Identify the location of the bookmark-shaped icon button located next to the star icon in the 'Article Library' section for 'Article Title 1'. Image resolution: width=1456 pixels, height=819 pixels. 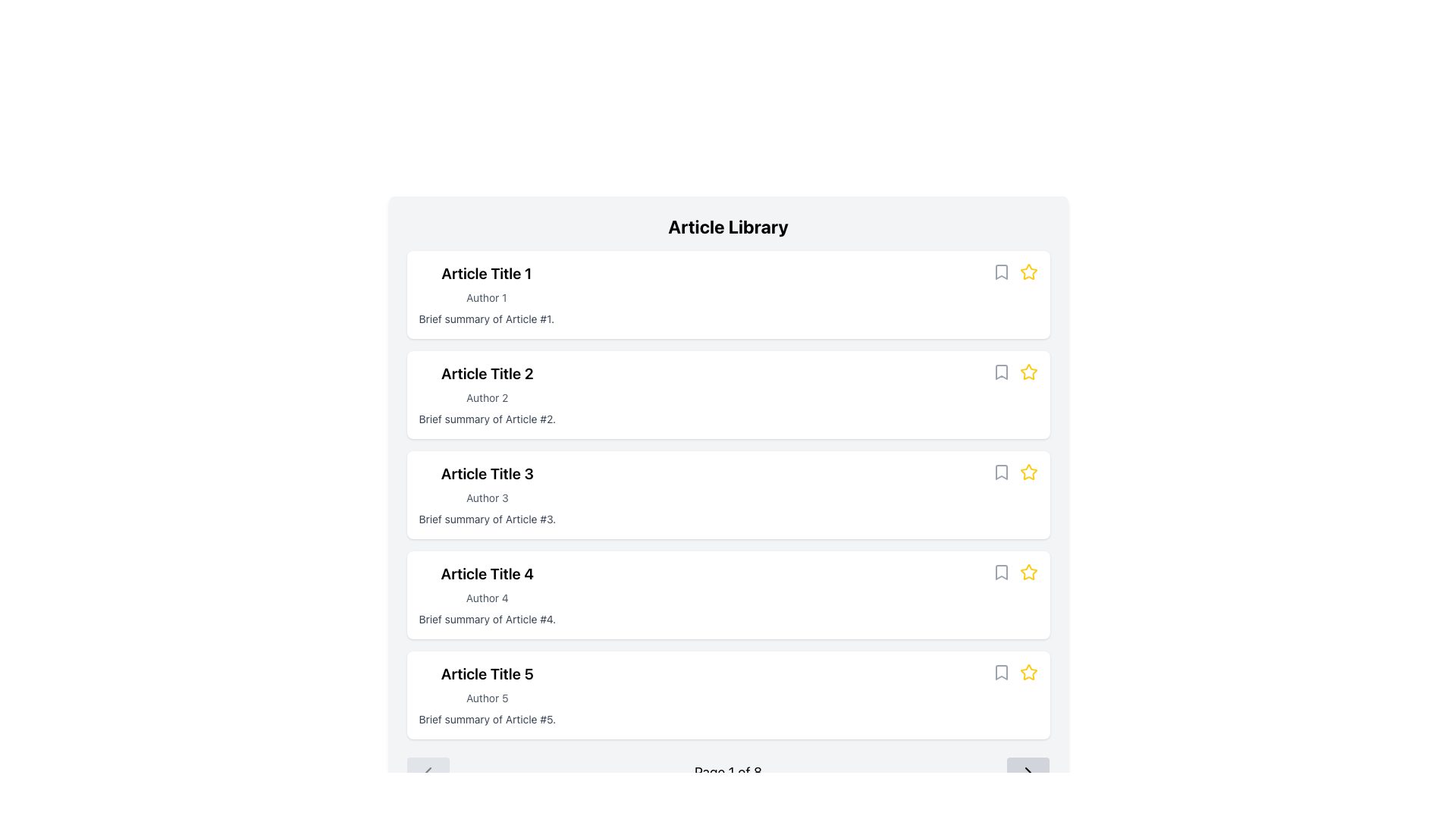
(1001, 271).